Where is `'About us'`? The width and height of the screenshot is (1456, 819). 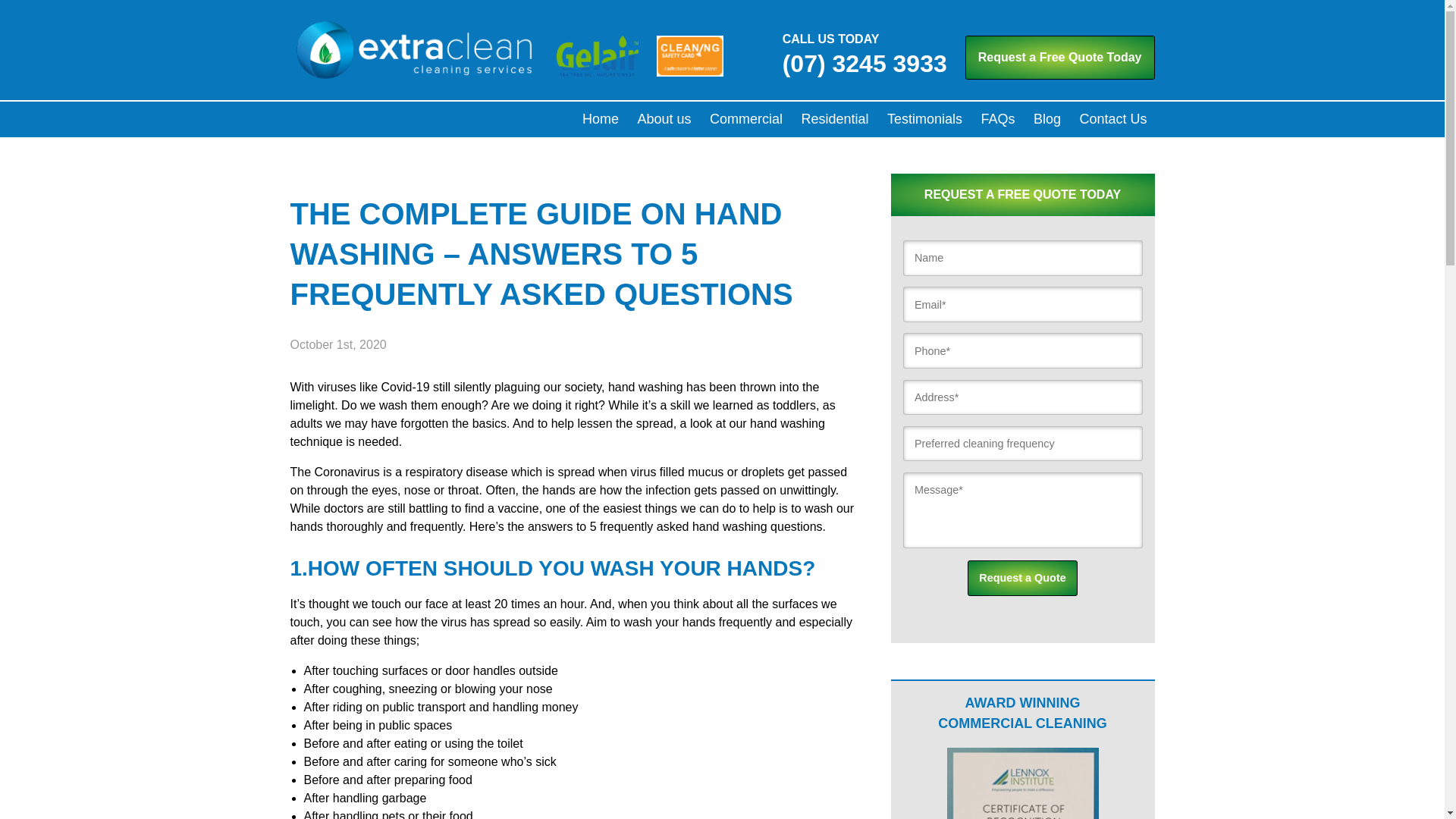
'About us' is located at coordinates (664, 118).